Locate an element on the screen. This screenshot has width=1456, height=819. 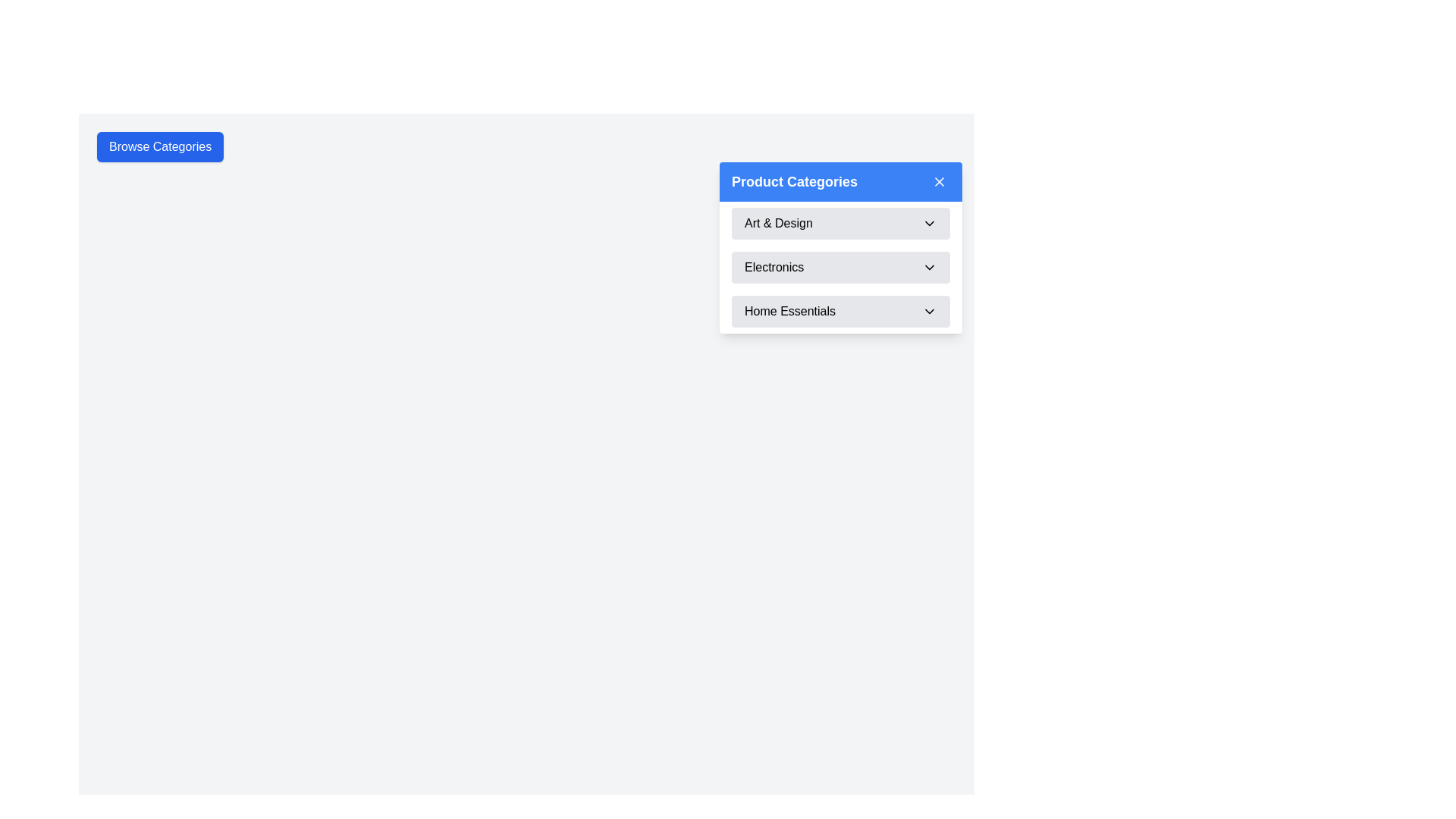
the chevron icon at the far right of the 'Art & Design' option in the 'Product Categories' dropdown menu is located at coordinates (928, 223).